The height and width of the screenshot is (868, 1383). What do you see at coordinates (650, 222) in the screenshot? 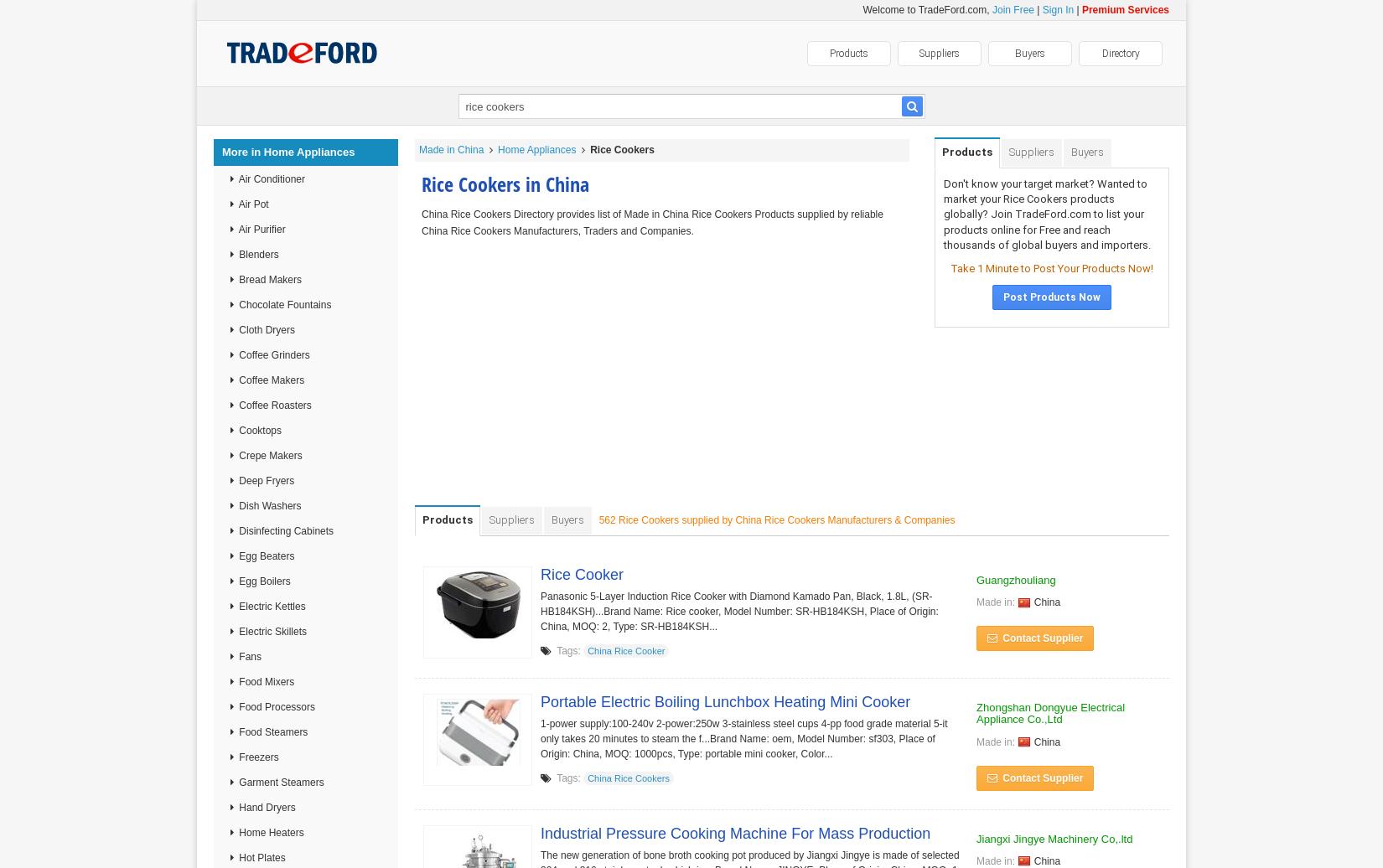
I see `'China Rice Cookers Directory provides list of Made in China Rice Cookers Products supplied by reliable China Rice Cookers Manufacturers, Traders and Companies.'` at bounding box center [650, 222].